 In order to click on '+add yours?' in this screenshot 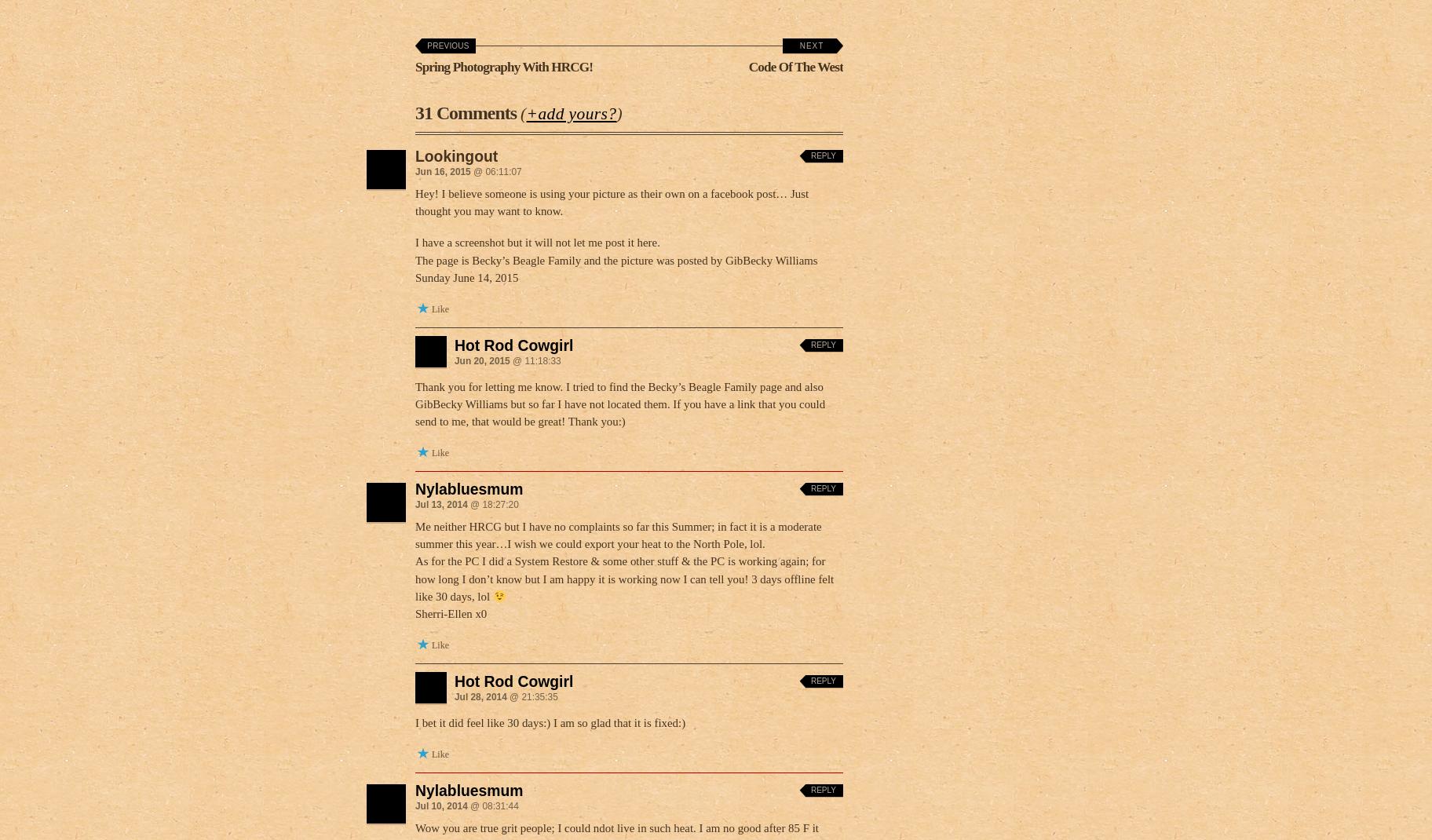, I will do `click(571, 113)`.